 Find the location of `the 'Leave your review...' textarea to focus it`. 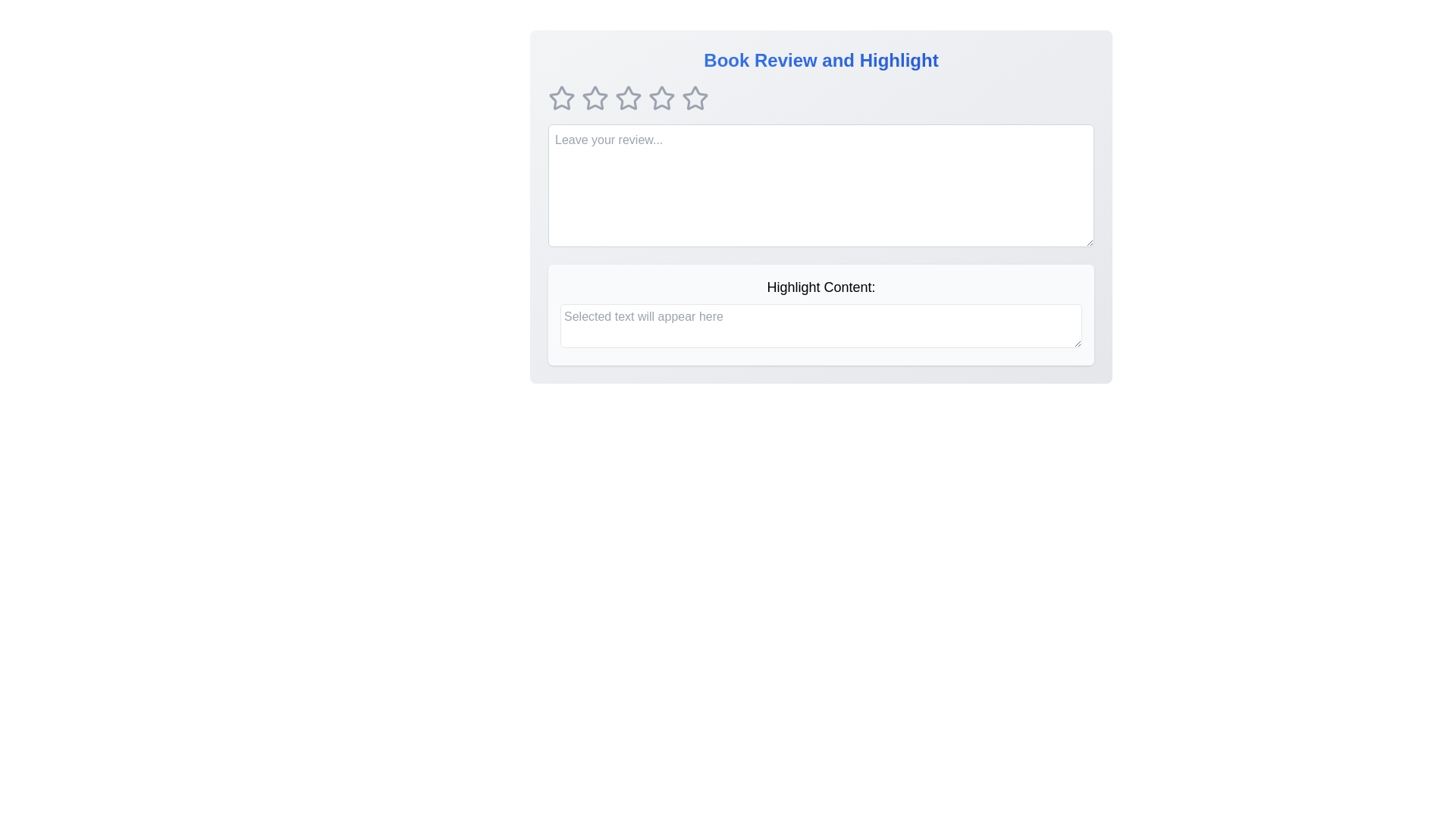

the 'Leave your review...' textarea to focus it is located at coordinates (821, 185).